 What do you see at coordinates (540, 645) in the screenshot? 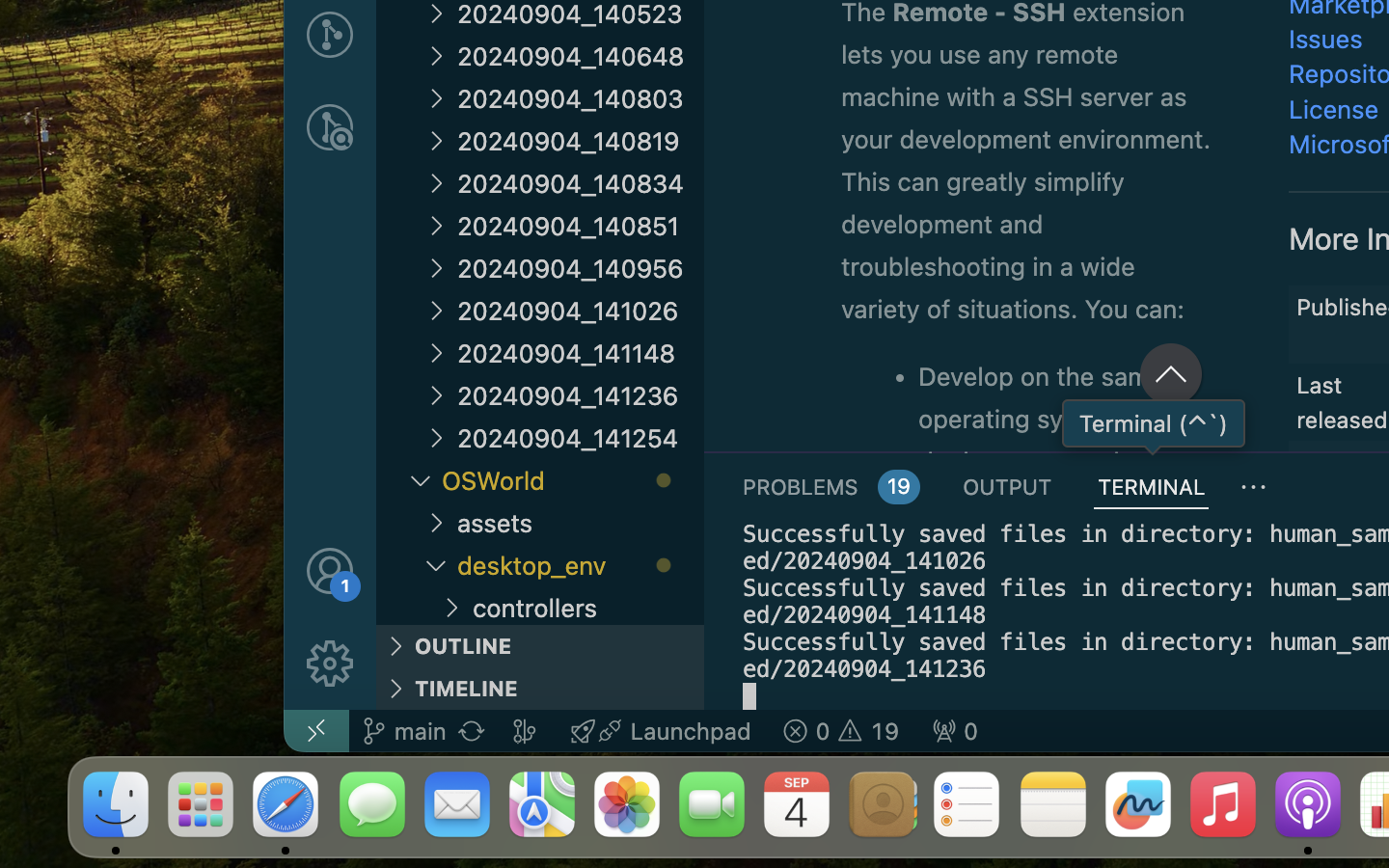
I see `'OUTLINE '` at bounding box center [540, 645].